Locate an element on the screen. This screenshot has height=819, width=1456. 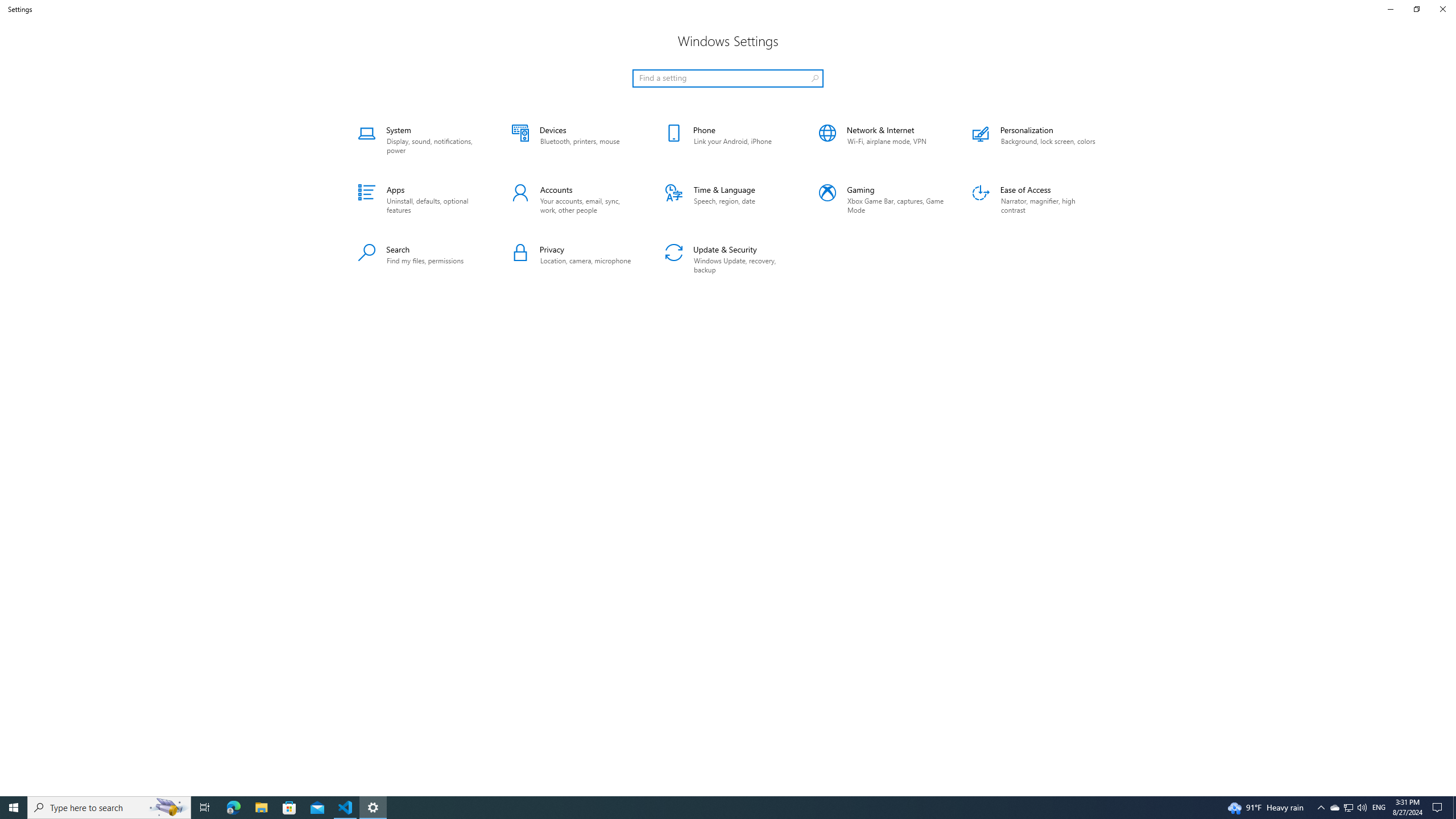
'Personalization' is located at coordinates (1035, 139).